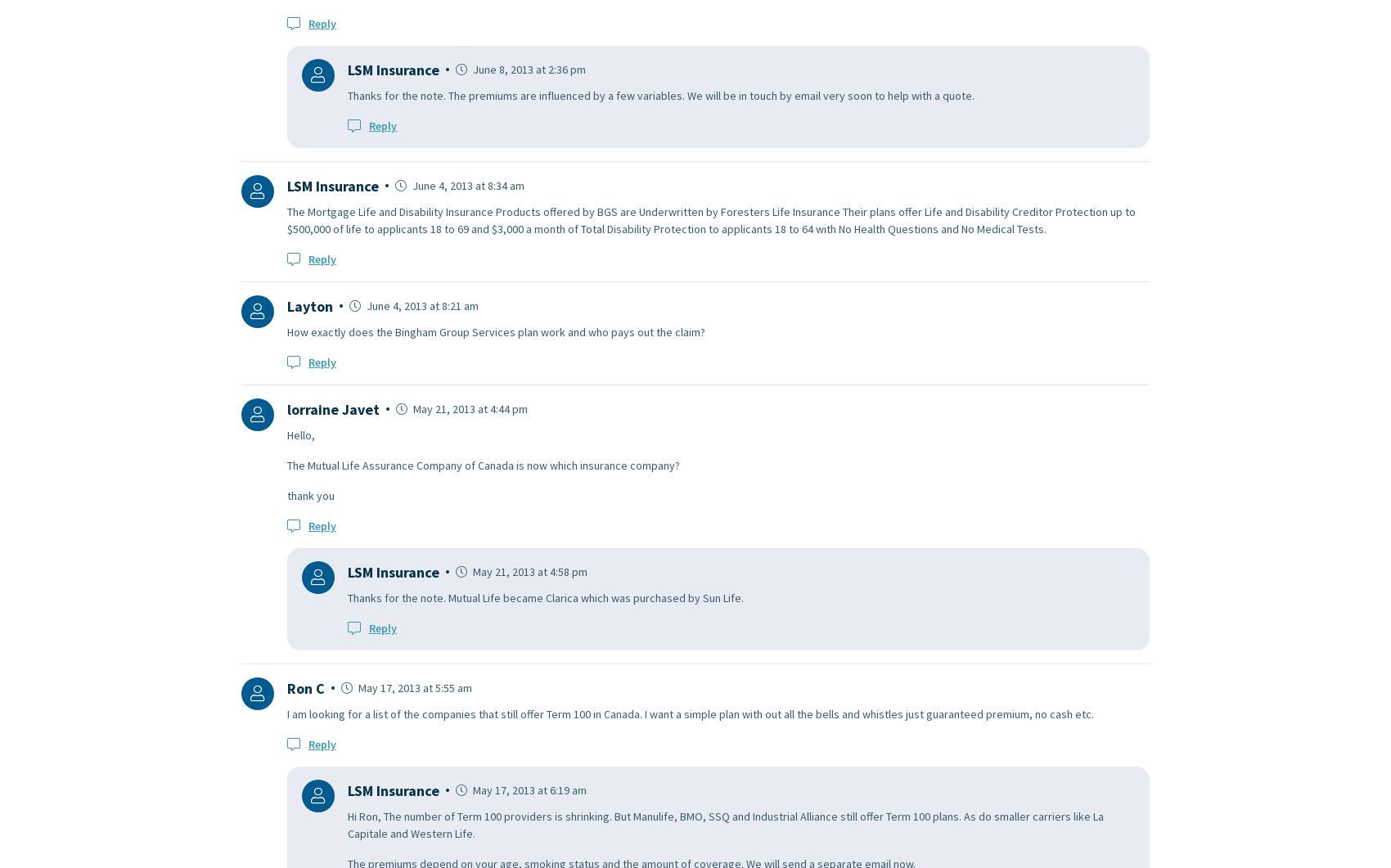 The height and width of the screenshot is (868, 1391). I want to click on 'May 21, 2013 at 4:44 pm', so click(468, 407).